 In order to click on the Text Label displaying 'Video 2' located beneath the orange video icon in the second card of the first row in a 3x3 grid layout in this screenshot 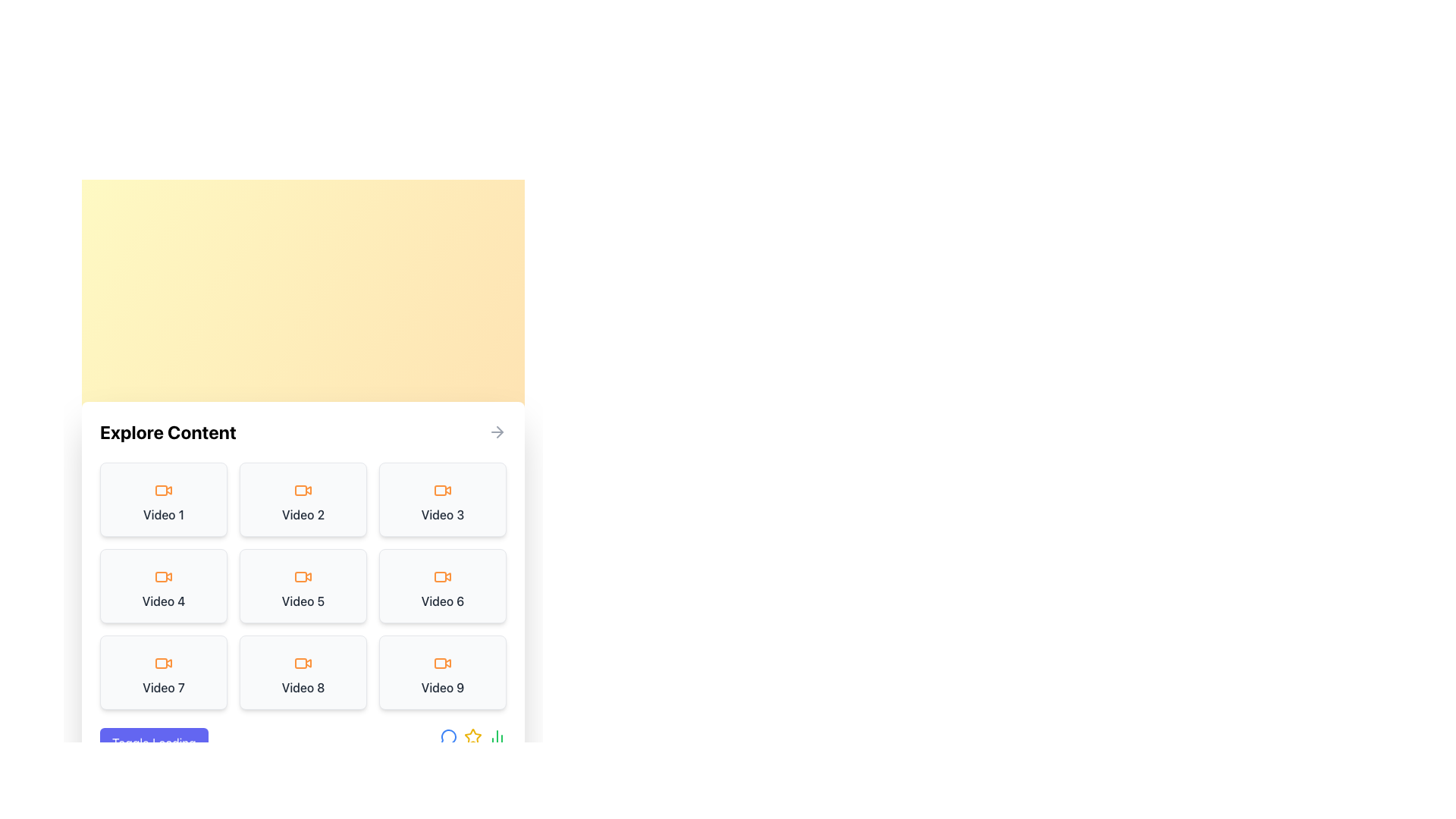, I will do `click(303, 513)`.